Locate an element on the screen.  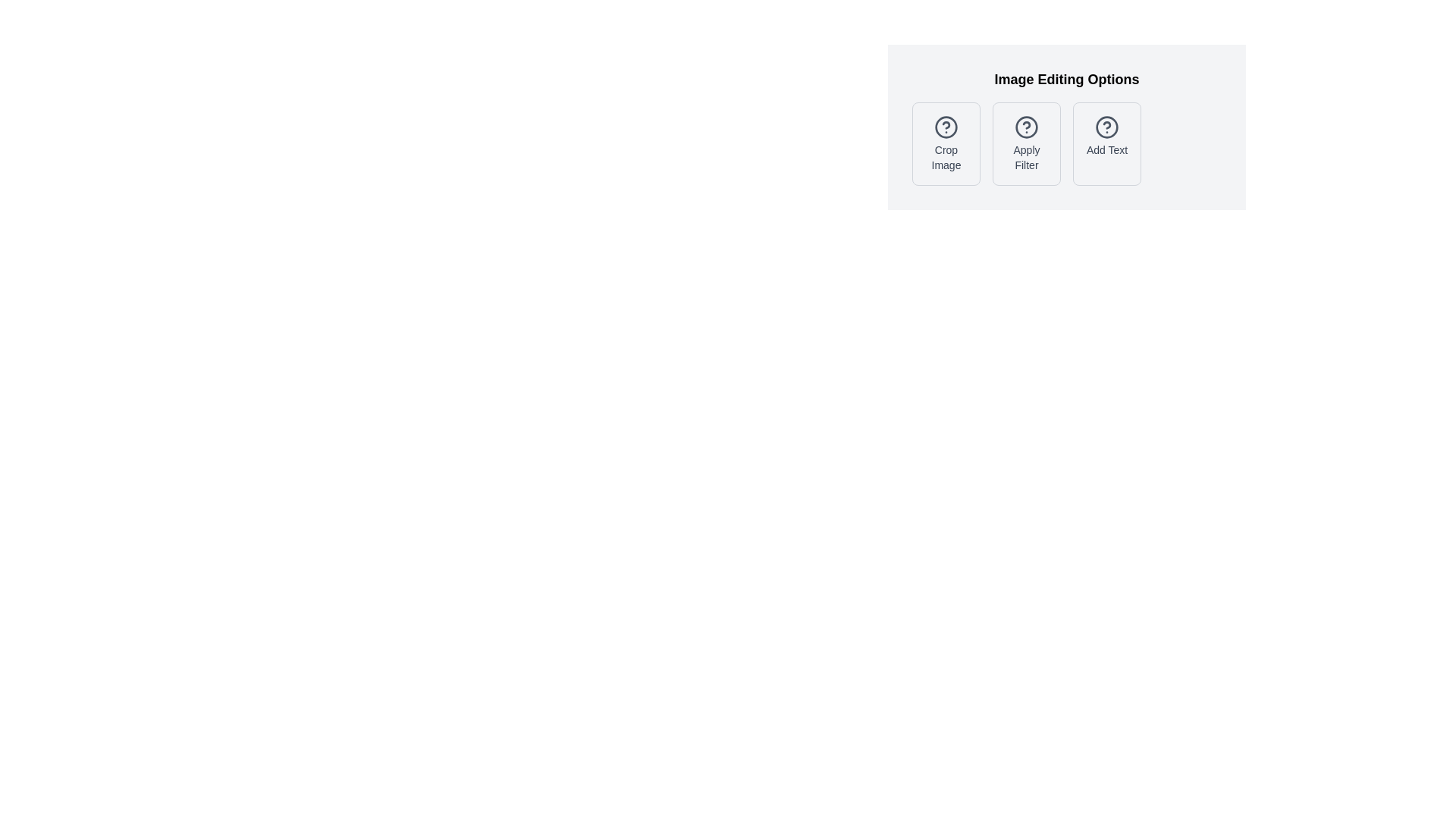
the innermost circular graphical element of the help icon in the 'Image Editing Options' group, which is the second element in the horizontal sequence of three options is located at coordinates (1026, 127).